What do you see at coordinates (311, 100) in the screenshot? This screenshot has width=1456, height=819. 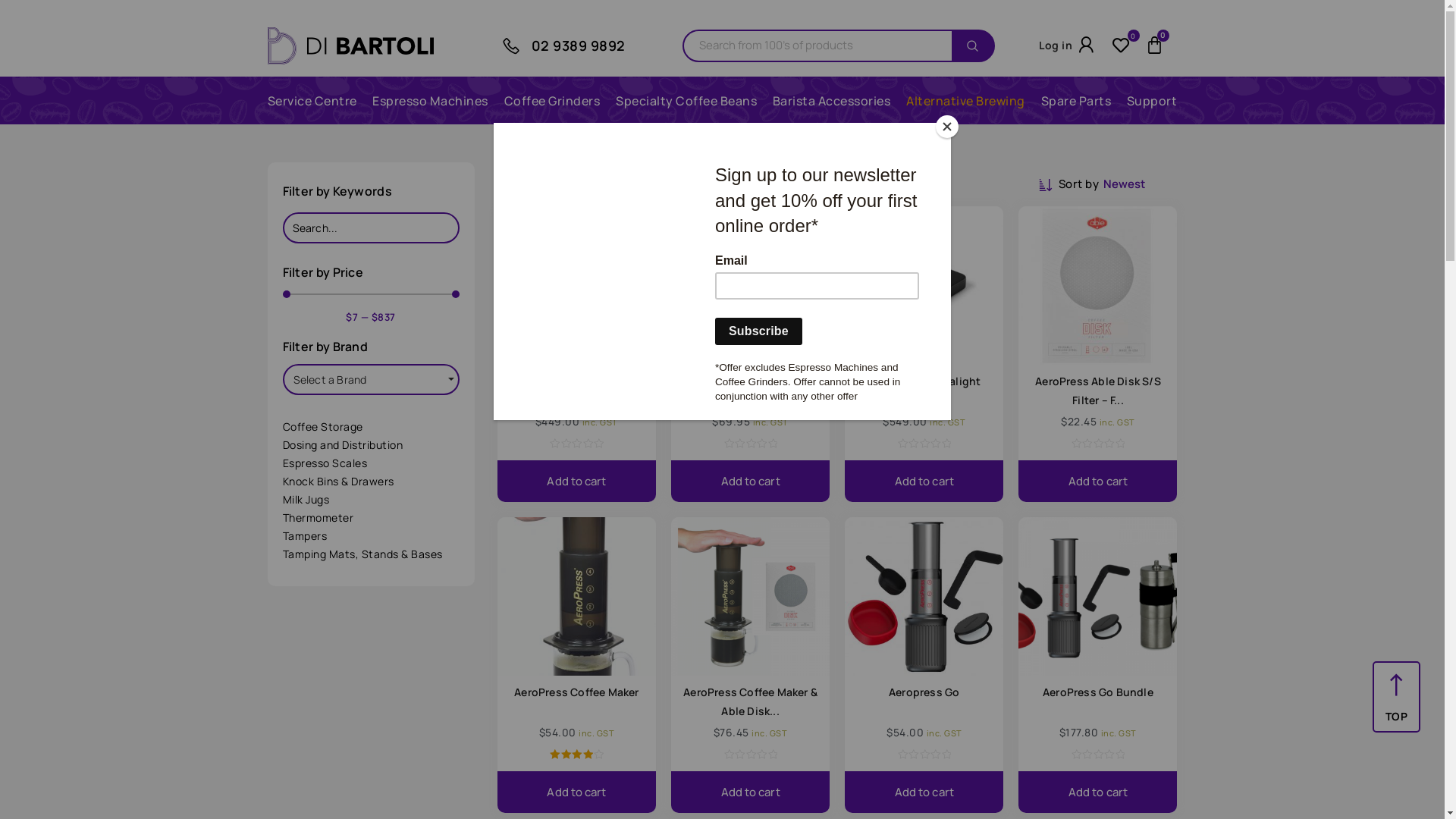 I see `'Service Centre'` at bounding box center [311, 100].